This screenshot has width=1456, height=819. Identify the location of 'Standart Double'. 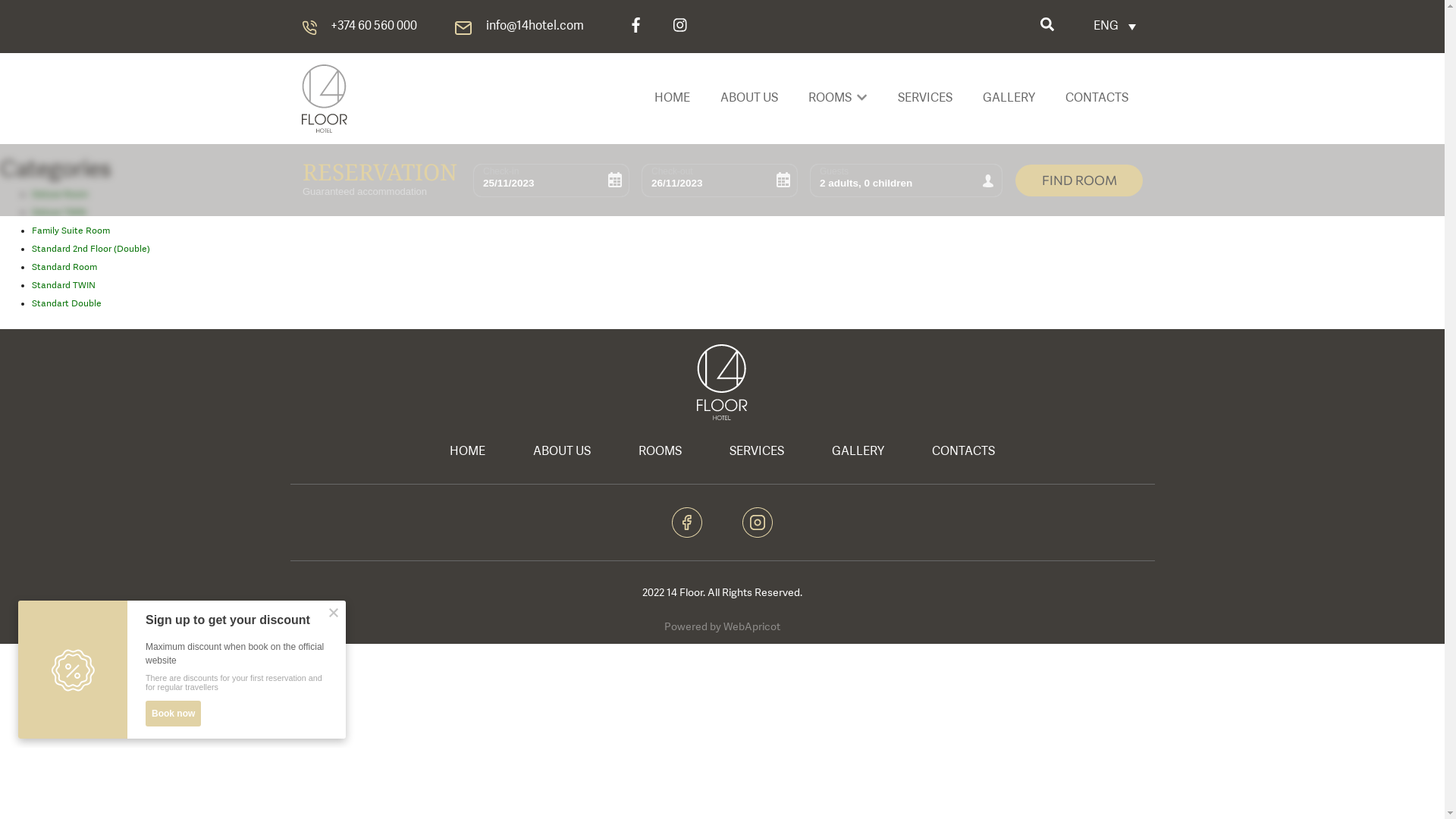
(32, 304).